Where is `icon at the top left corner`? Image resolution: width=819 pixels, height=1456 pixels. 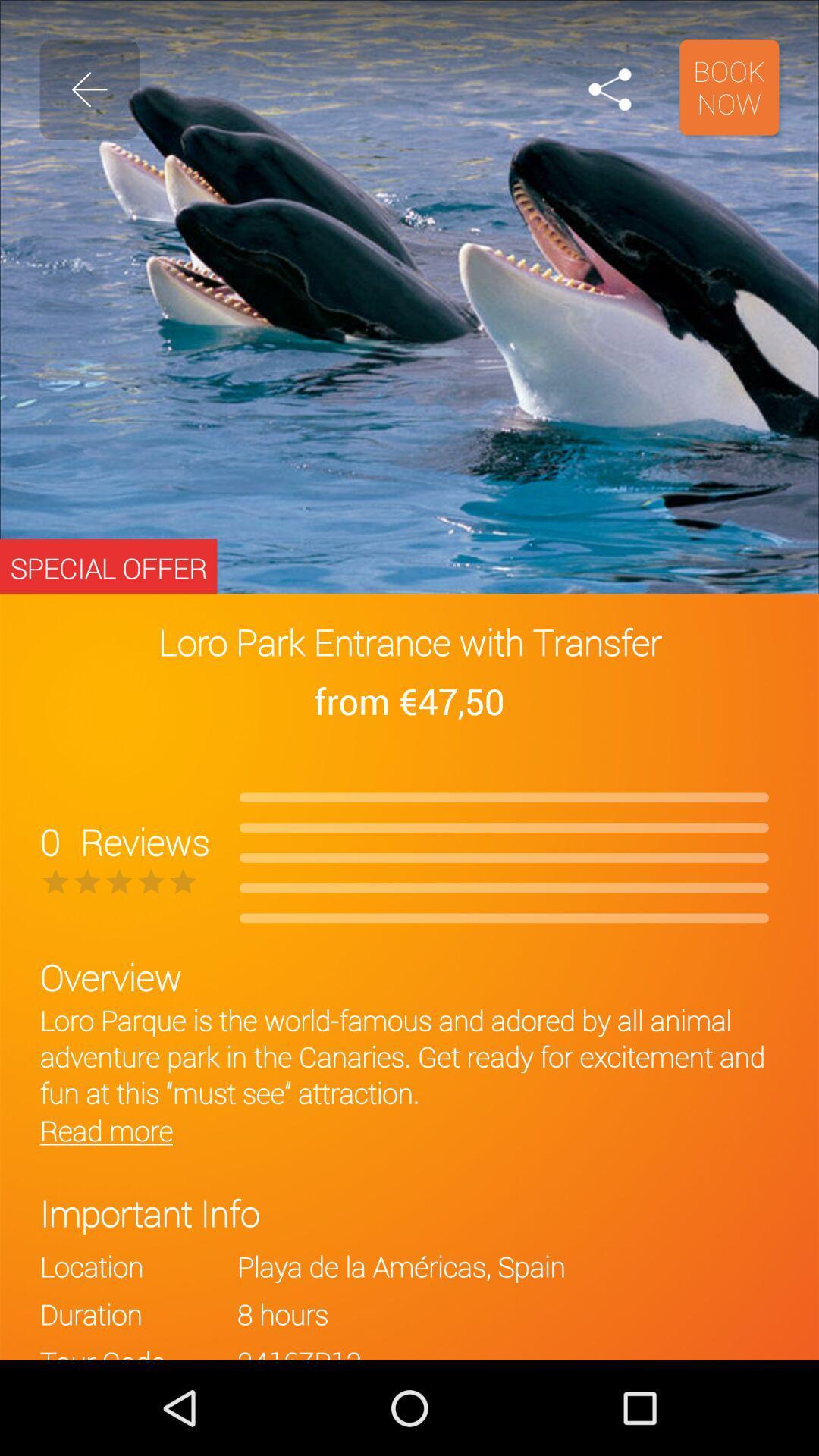 icon at the top left corner is located at coordinates (89, 89).